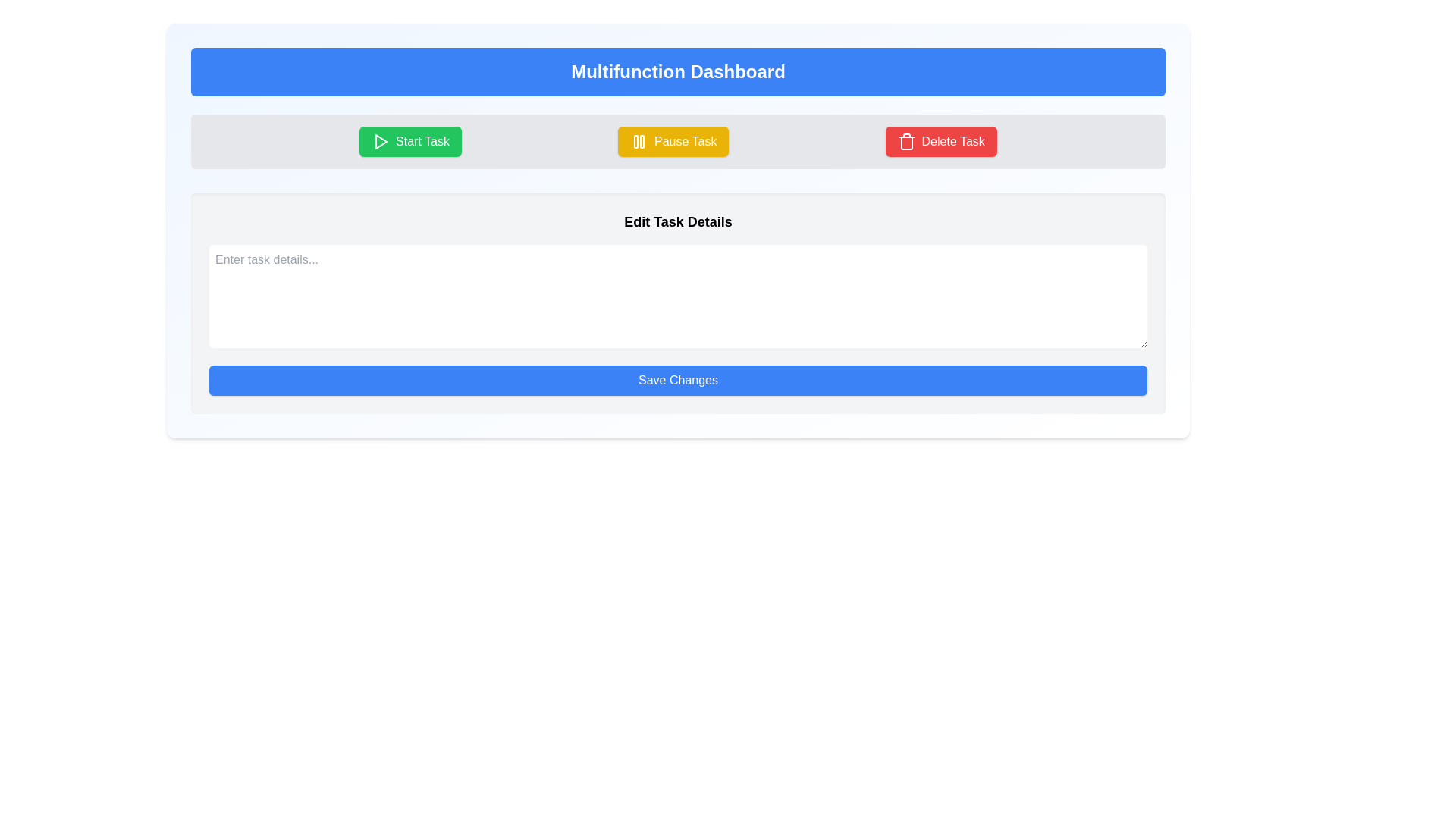  What do you see at coordinates (381, 141) in the screenshot?
I see `the triangular play icon located within the 'Start Task' button, which has a green background and is situated in the upper center section of the page` at bounding box center [381, 141].